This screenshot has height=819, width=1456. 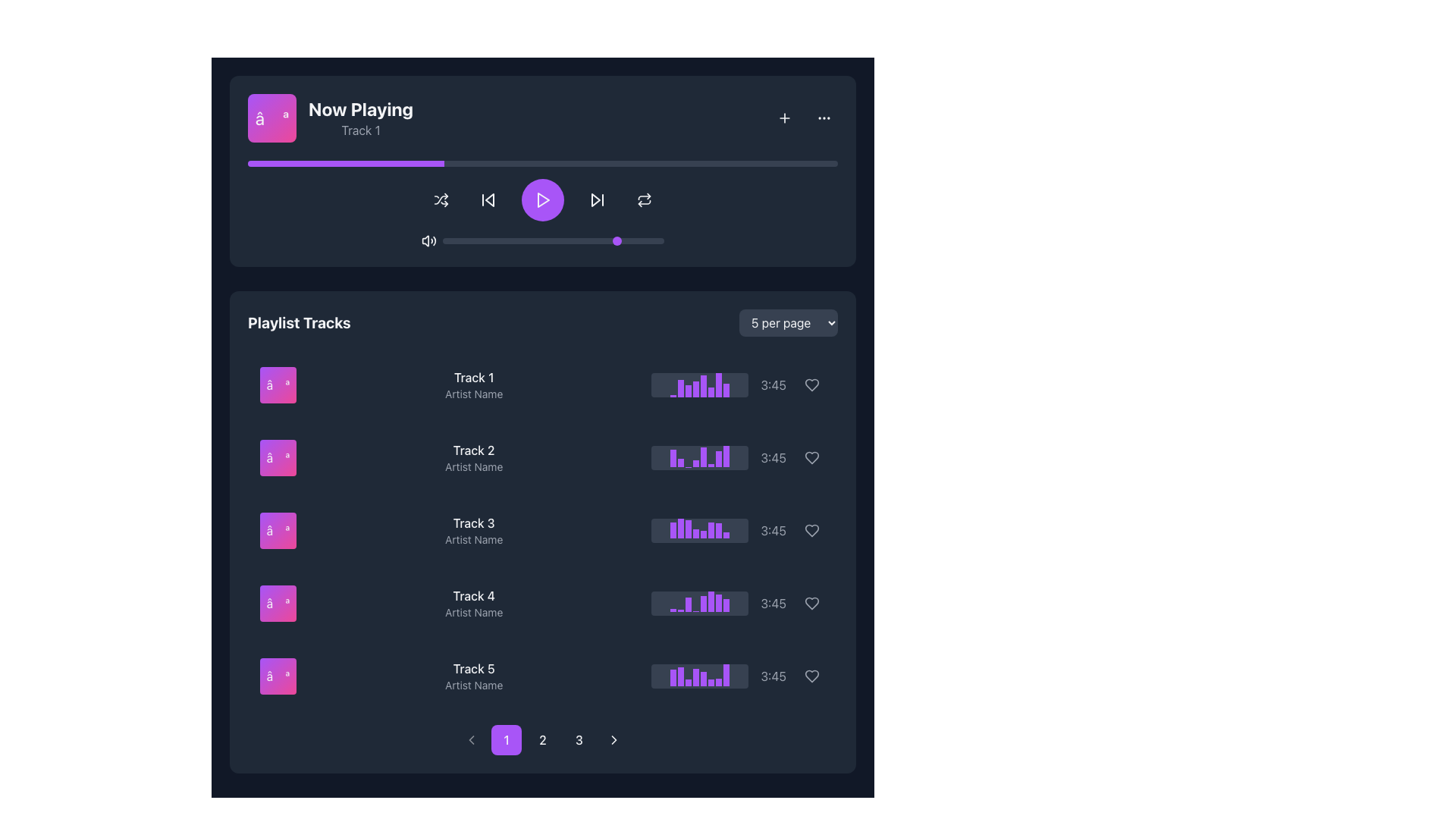 What do you see at coordinates (699, 602) in the screenshot?
I see `the bar graph visualization representing track 4, located next to the track duration '3:45' and left of the heart icon` at bounding box center [699, 602].